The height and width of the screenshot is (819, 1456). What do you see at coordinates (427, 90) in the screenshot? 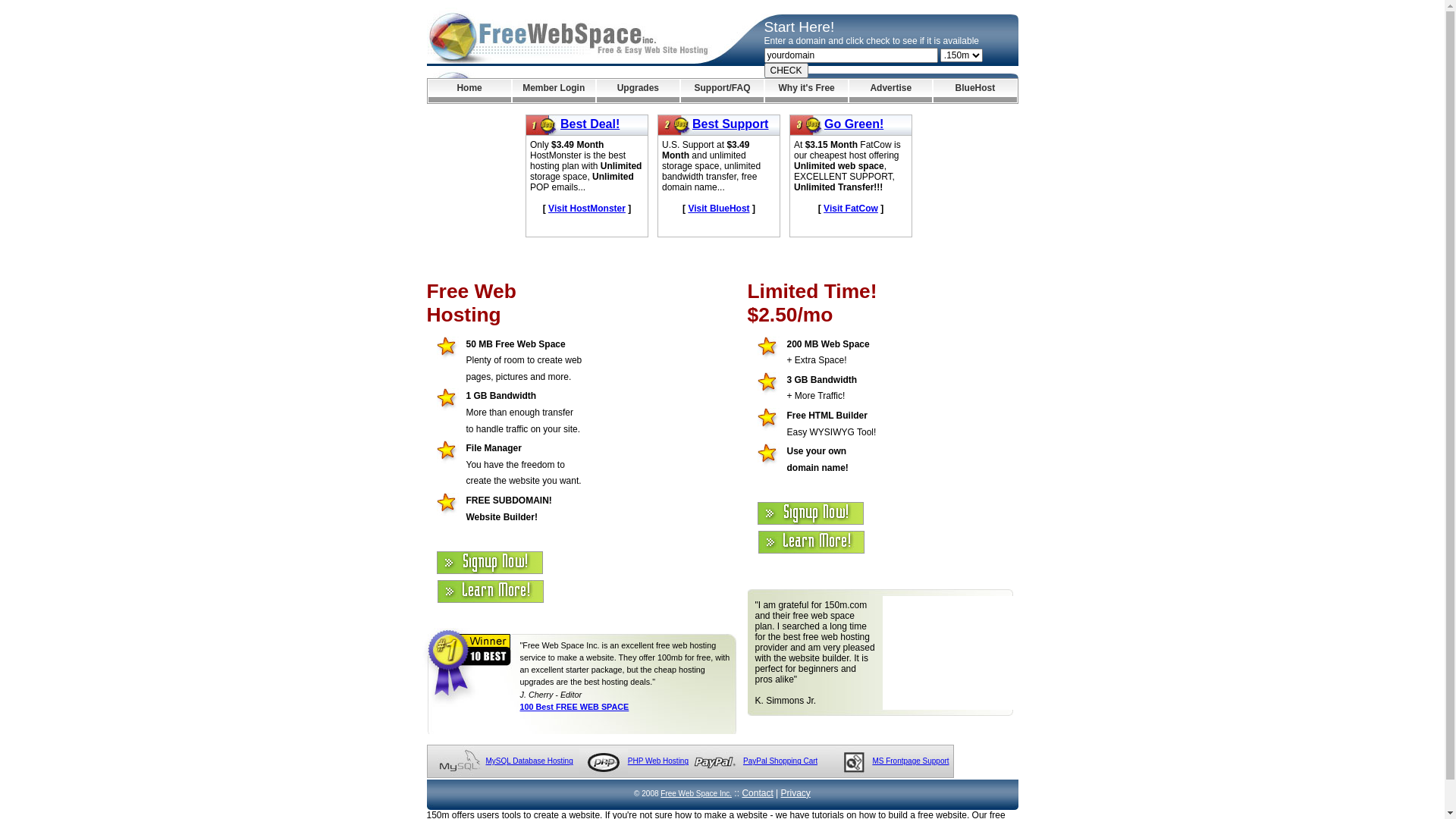
I see `'Home'` at bounding box center [427, 90].